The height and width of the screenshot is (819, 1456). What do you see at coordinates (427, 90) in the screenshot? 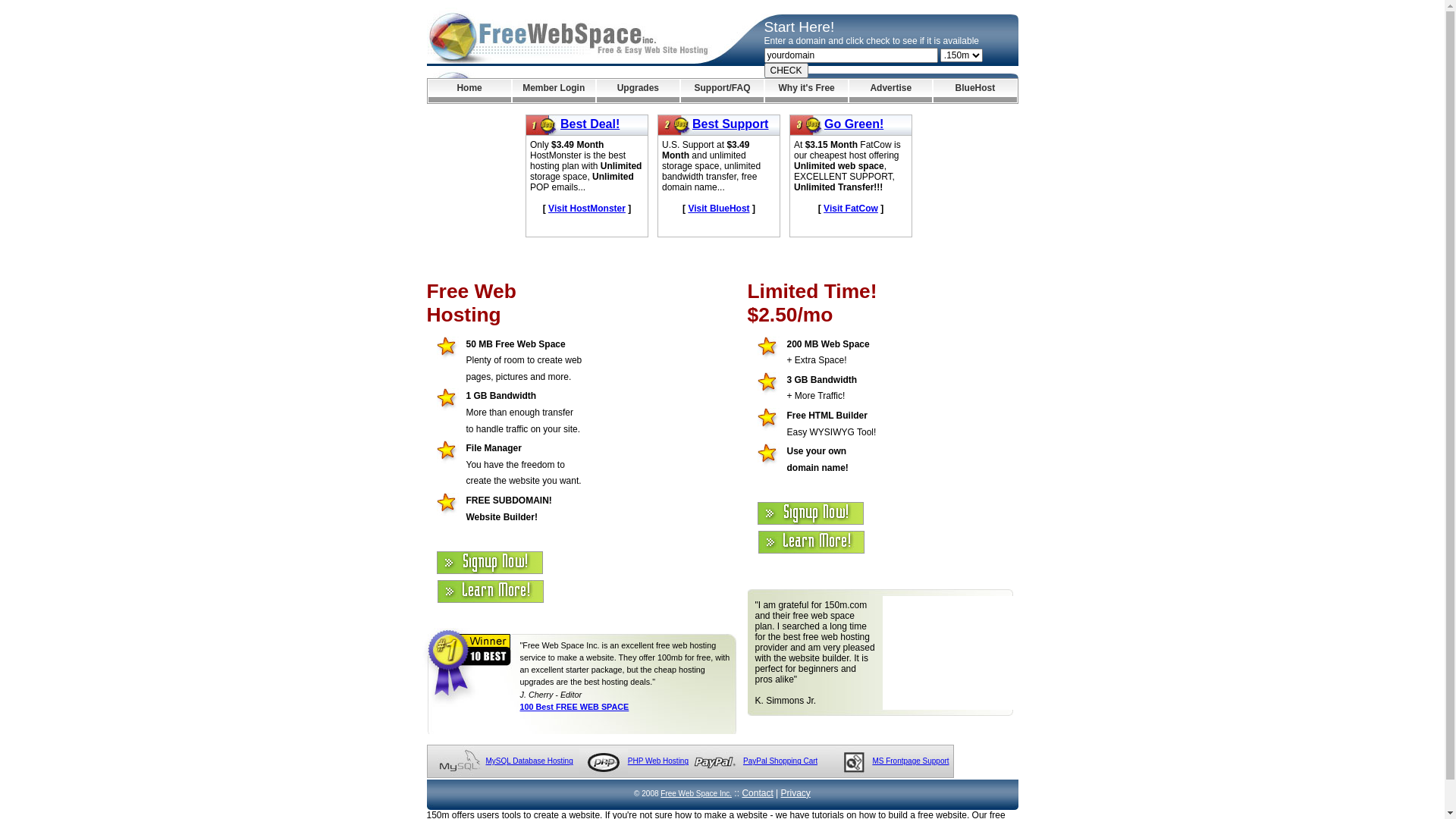
I see `'Home'` at bounding box center [427, 90].